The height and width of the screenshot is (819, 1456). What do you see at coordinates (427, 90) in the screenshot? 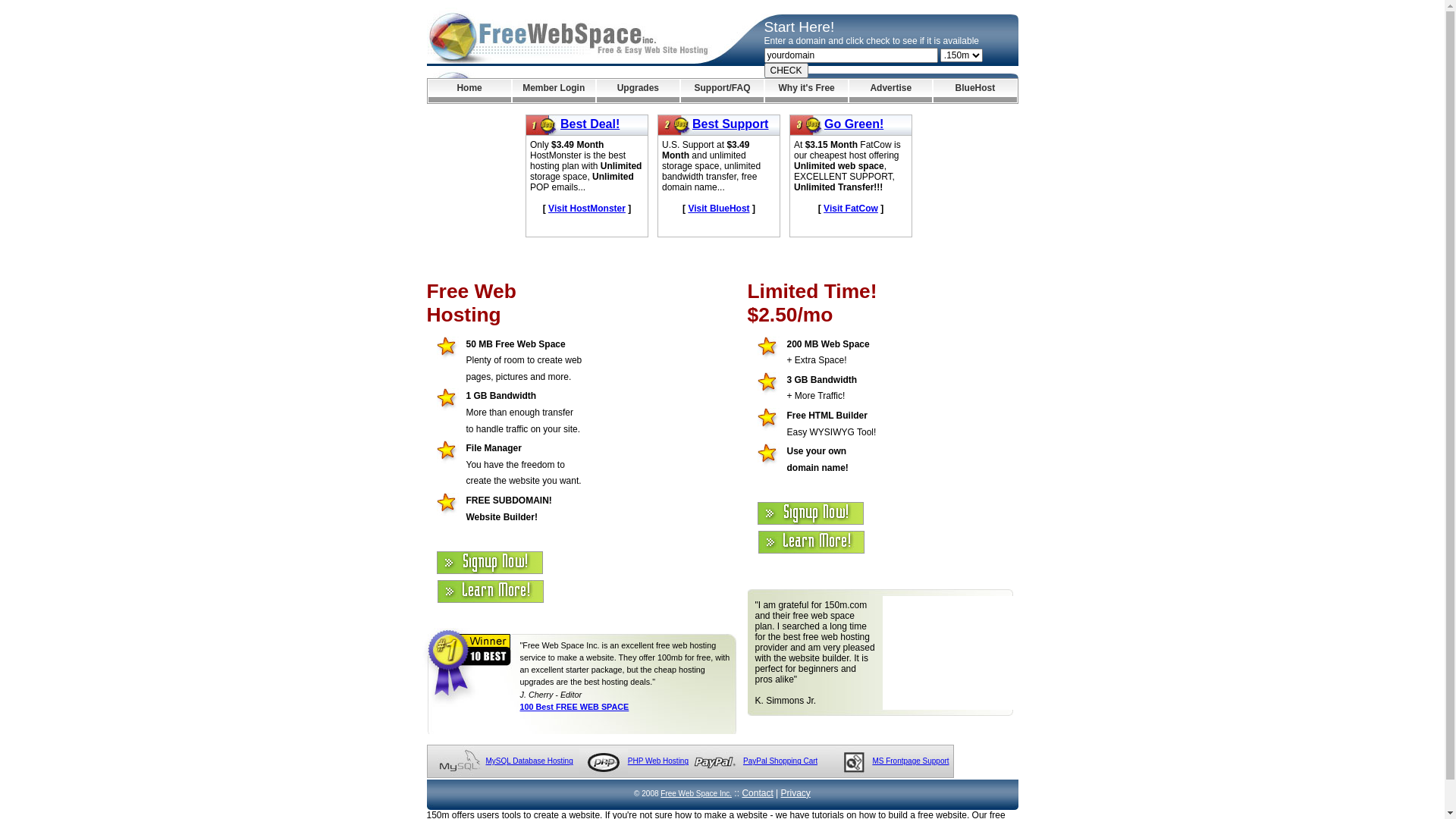
I see `'Home'` at bounding box center [427, 90].